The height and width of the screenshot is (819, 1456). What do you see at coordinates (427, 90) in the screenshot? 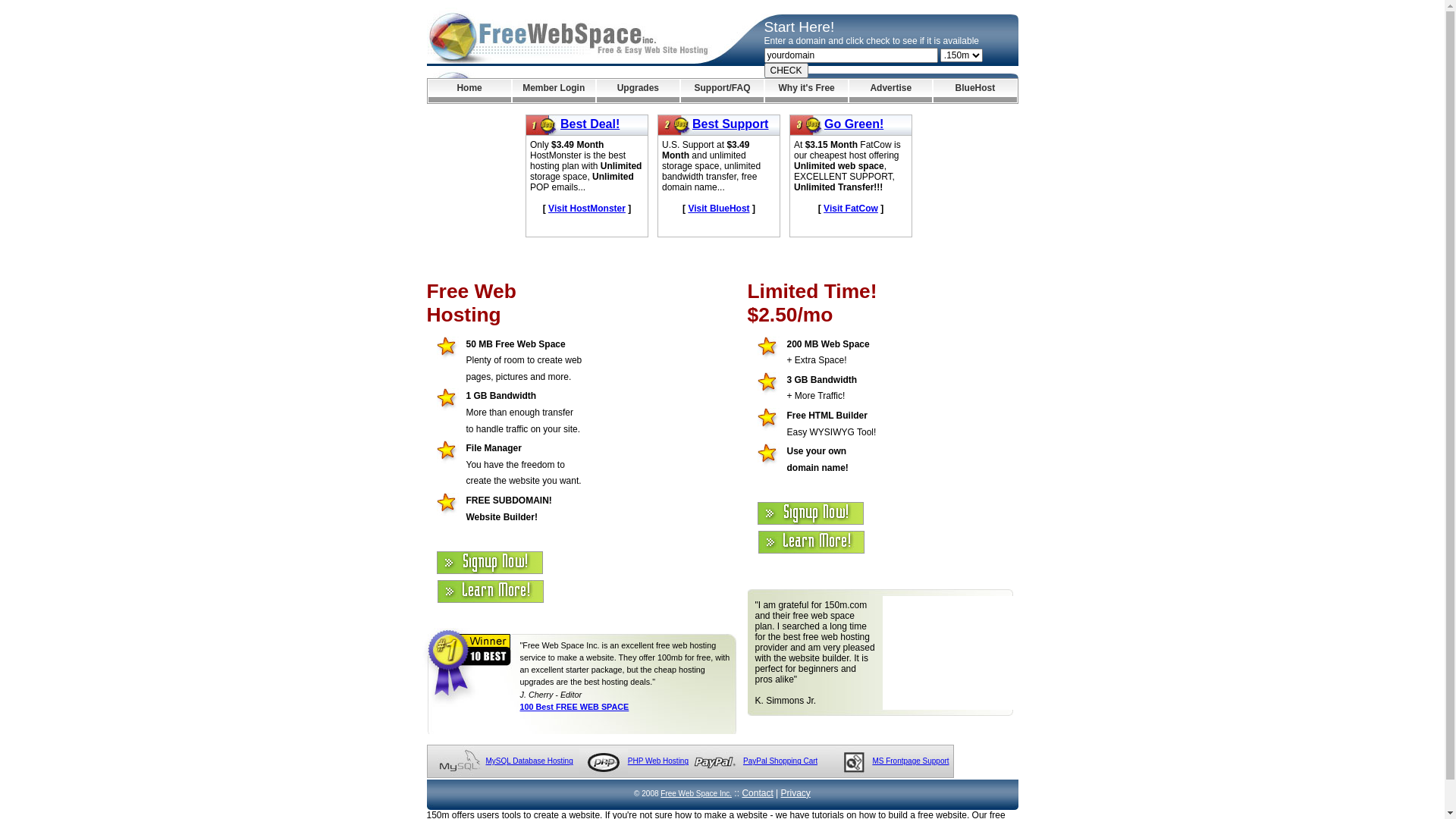
I see `'Home'` at bounding box center [427, 90].